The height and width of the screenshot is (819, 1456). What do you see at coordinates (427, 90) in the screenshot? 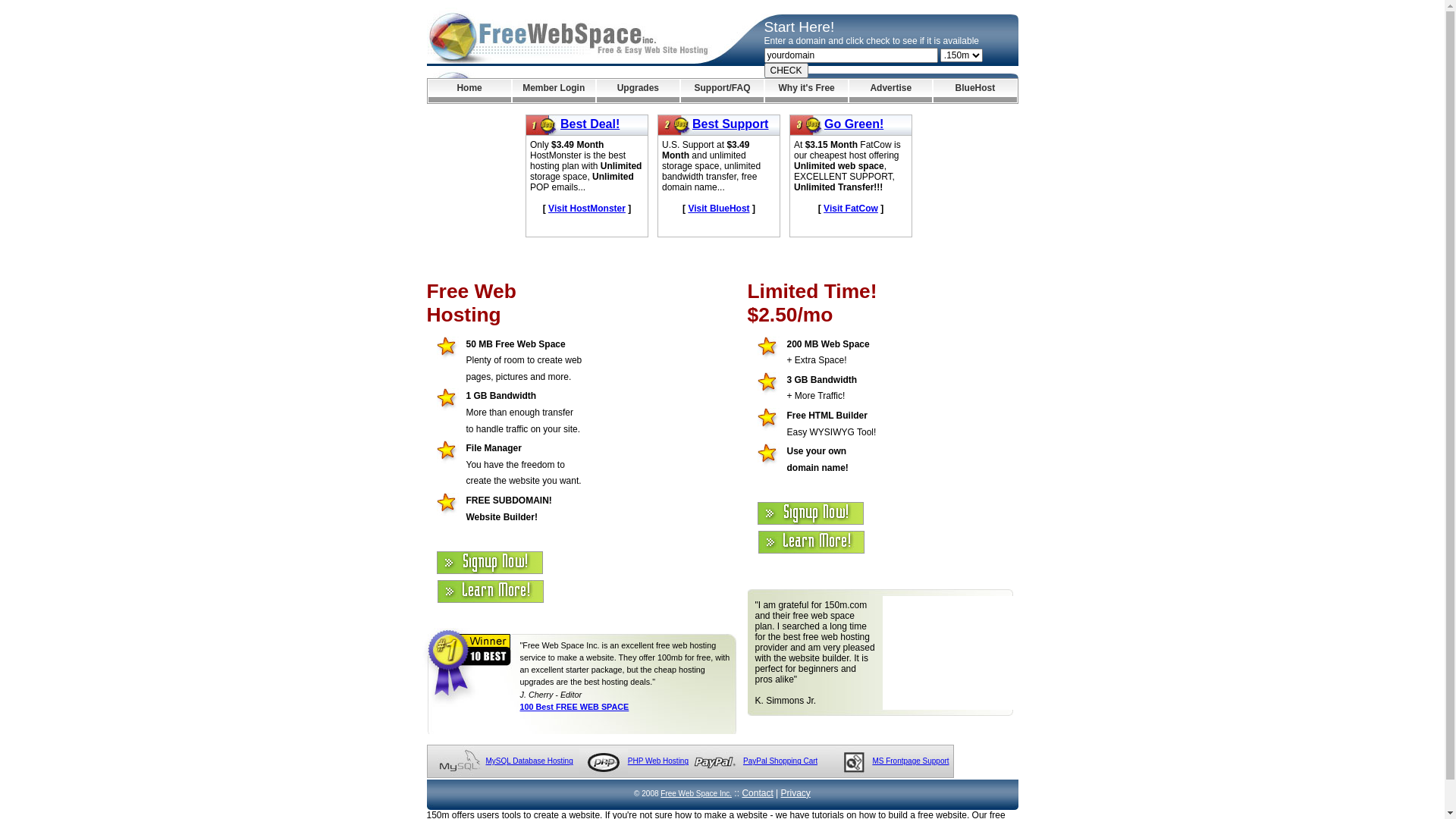
I see `'Home'` at bounding box center [427, 90].